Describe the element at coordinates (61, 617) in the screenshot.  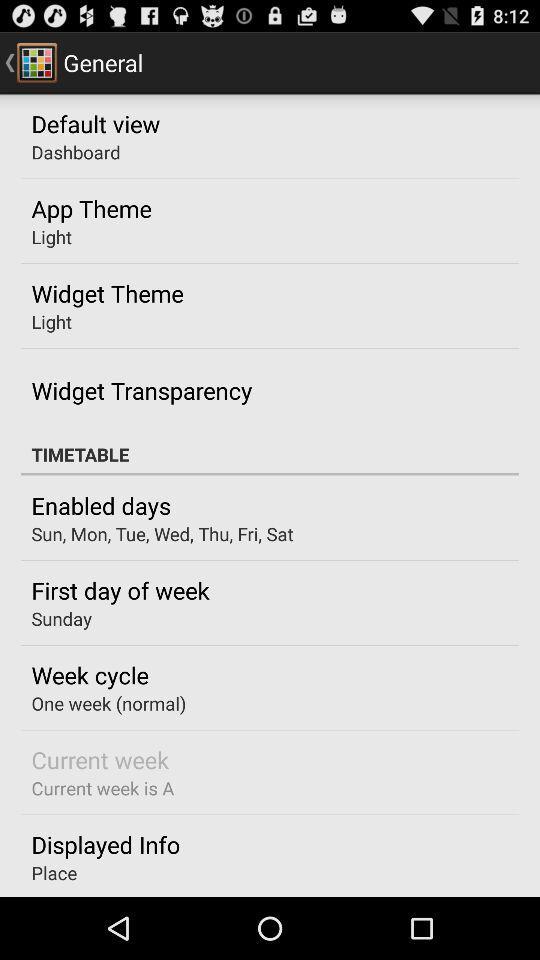
I see `sunday item` at that location.